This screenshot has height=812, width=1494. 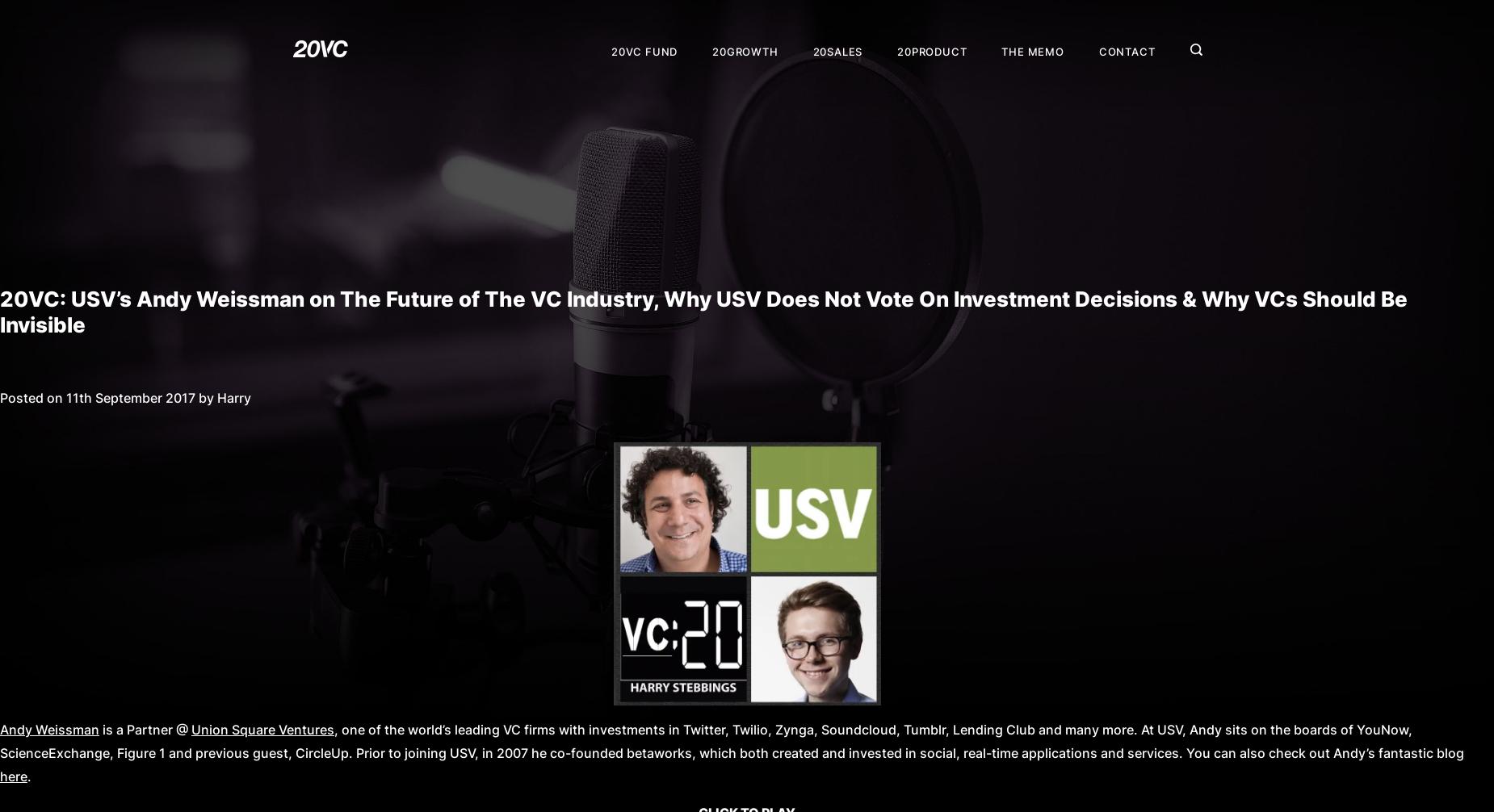 I want to click on 'Posted on 11th September 2017 by Harry', so click(x=0, y=397).